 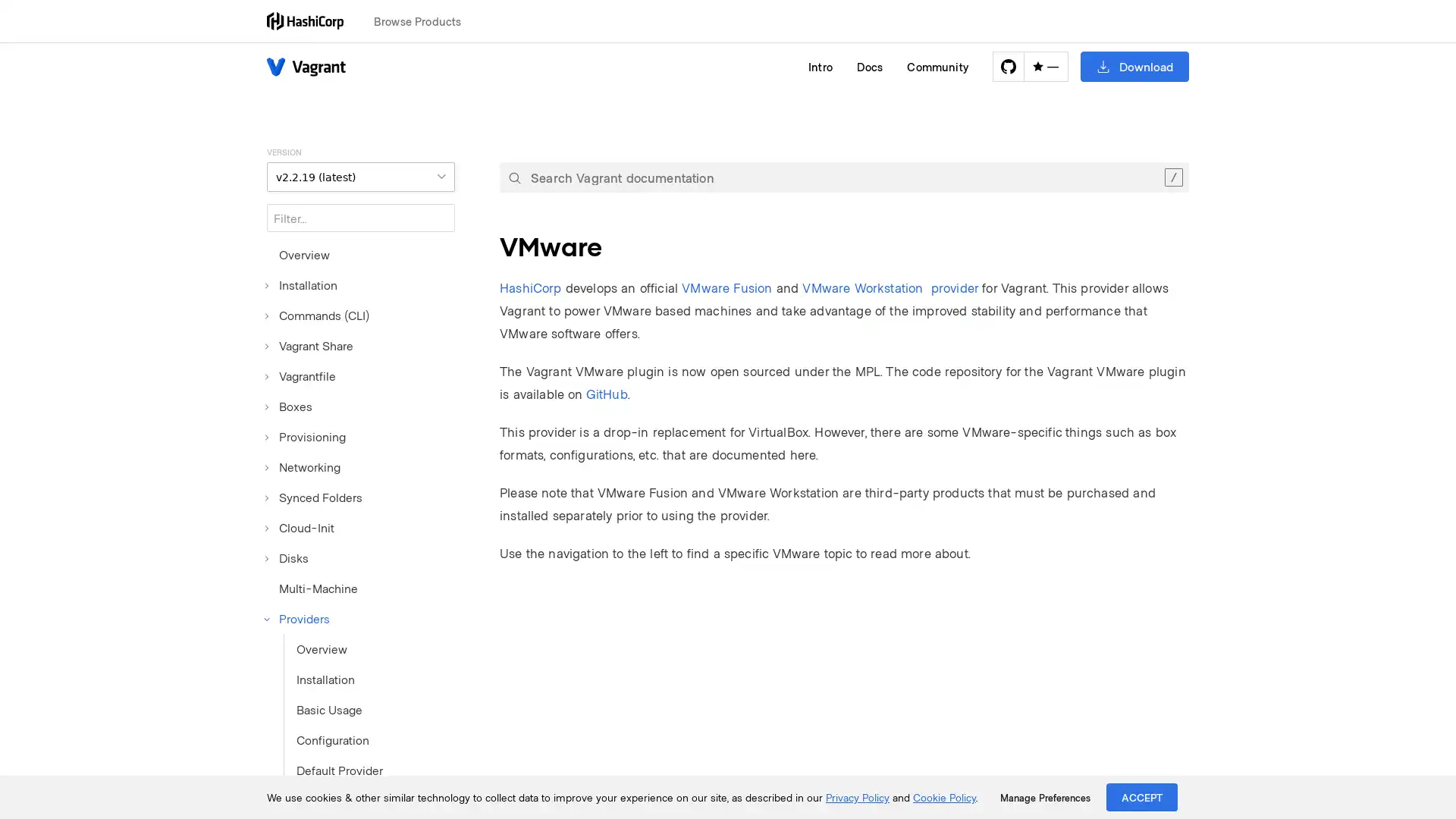 I want to click on Submit your search query., so click(x=514, y=177).